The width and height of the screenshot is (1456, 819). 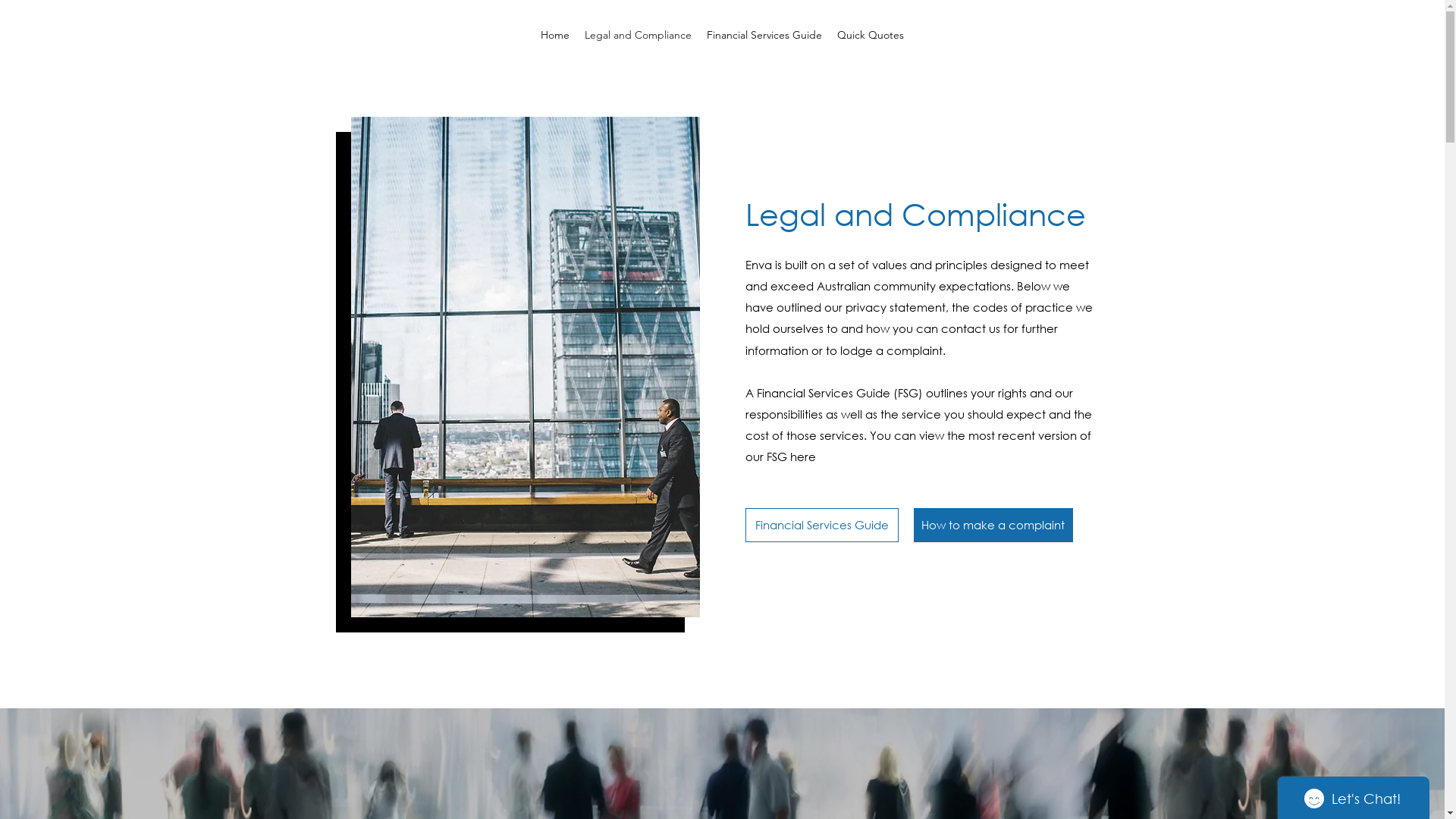 I want to click on 'Financial Services Guide', so click(x=821, y=524).